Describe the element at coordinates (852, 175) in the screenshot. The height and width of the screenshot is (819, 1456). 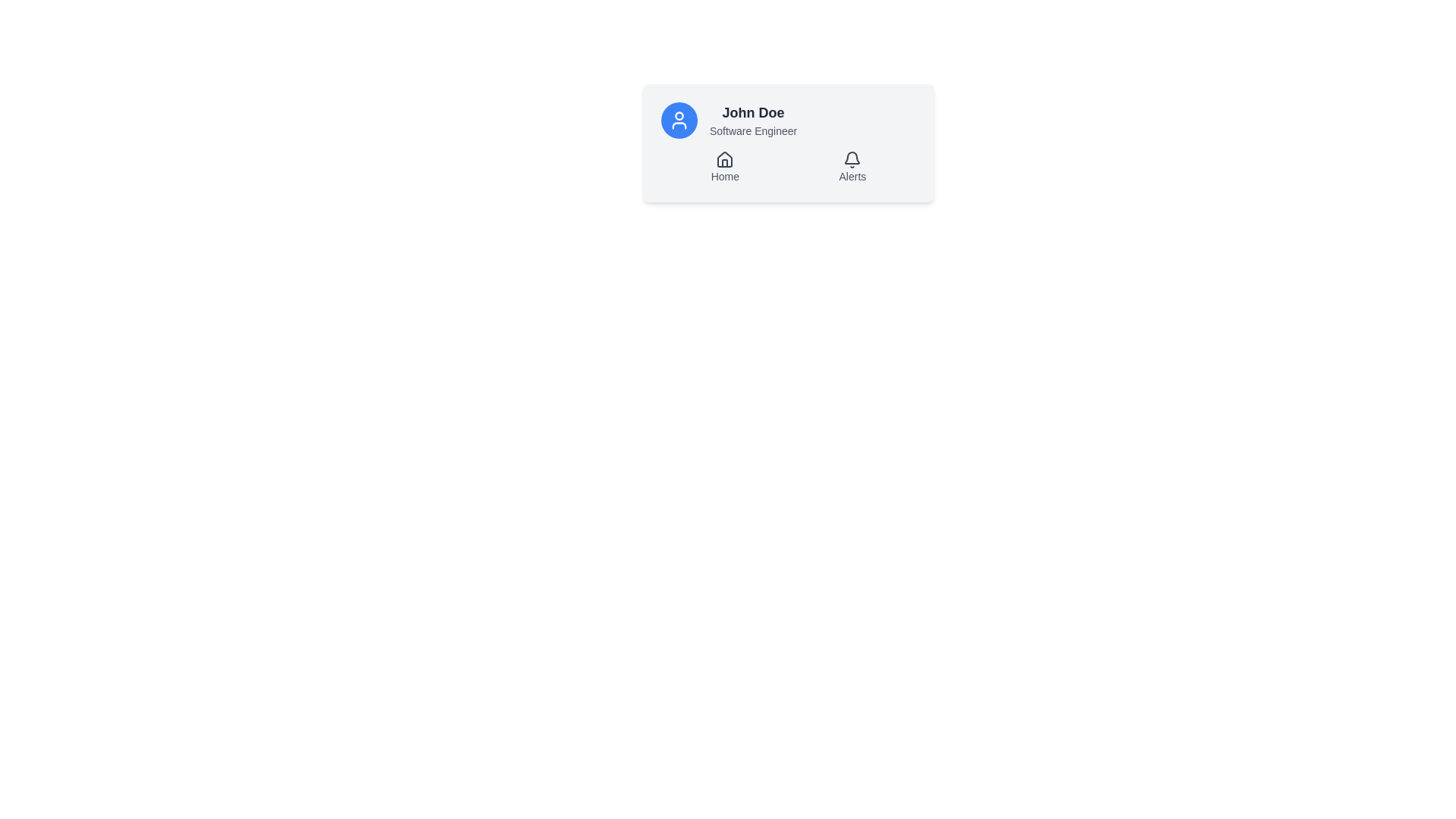
I see `the non-interactive text label 'Alerts' that identifies the function of the bell icon, which is located within a user information card` at that location.